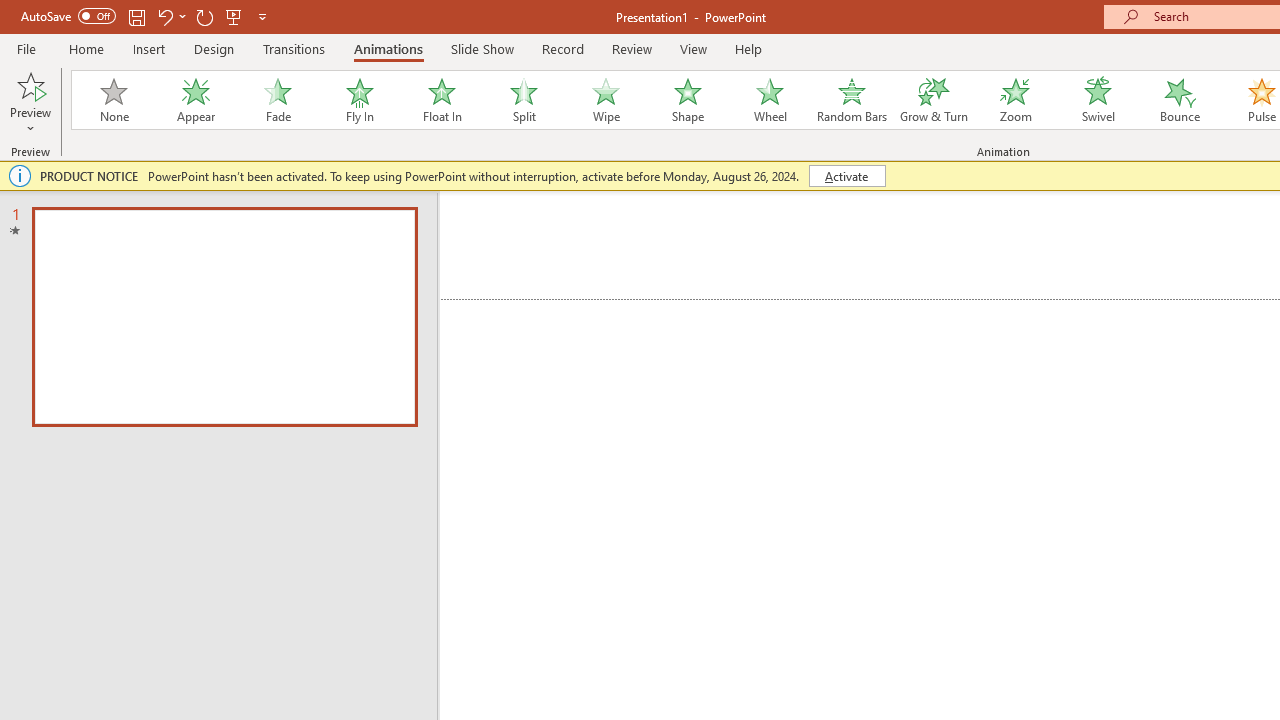 The image size is (1280, 720). Describe the element at coordinates (195, 100) in the screenshot. I see `'Appear'` at that location.